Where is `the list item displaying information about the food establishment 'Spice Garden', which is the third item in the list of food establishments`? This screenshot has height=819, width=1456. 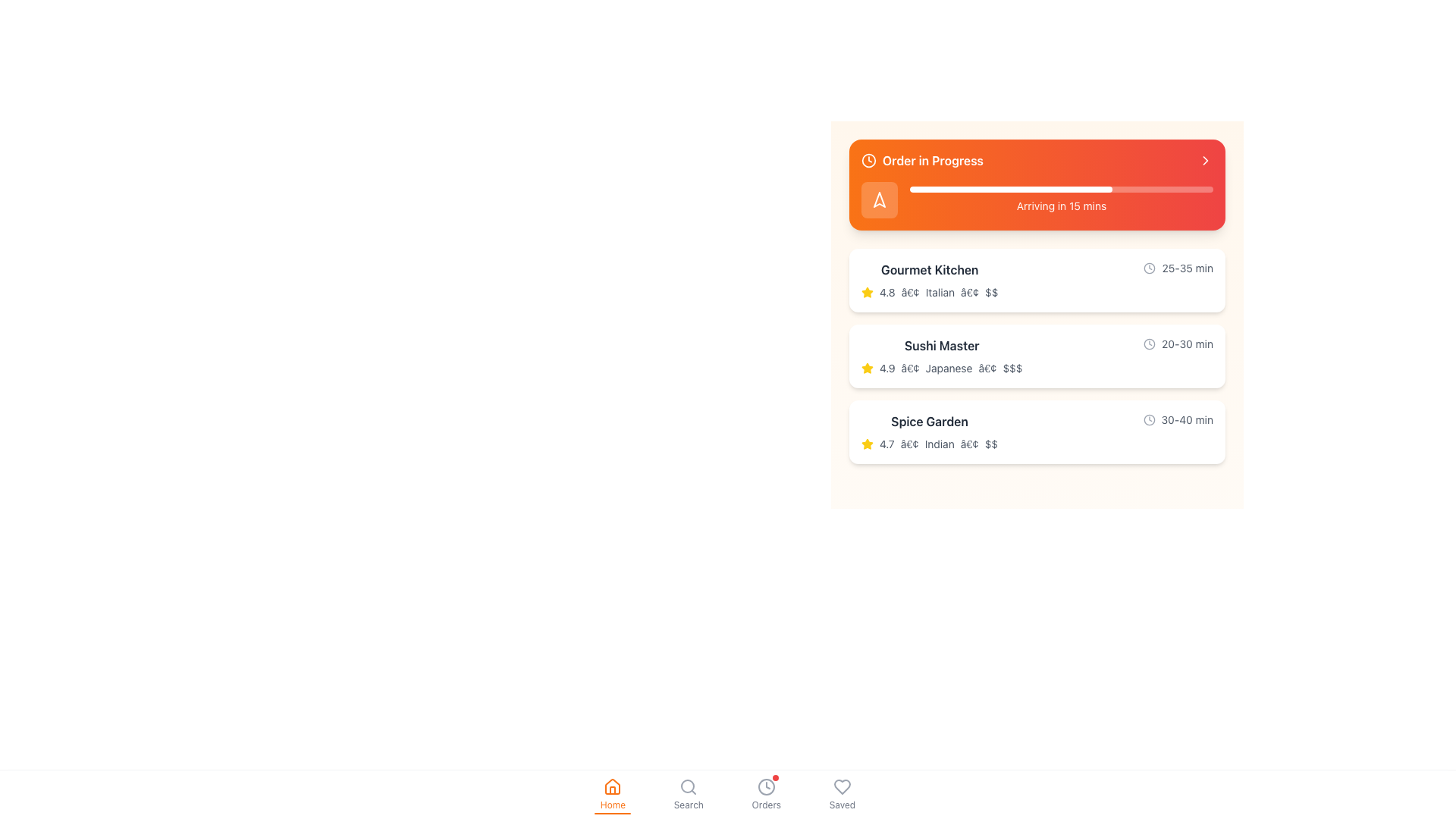 the list item displaying information about the food establishment 'Spice Garden', which is the third item in the list of food establishments is located at coordinates (929, 432).